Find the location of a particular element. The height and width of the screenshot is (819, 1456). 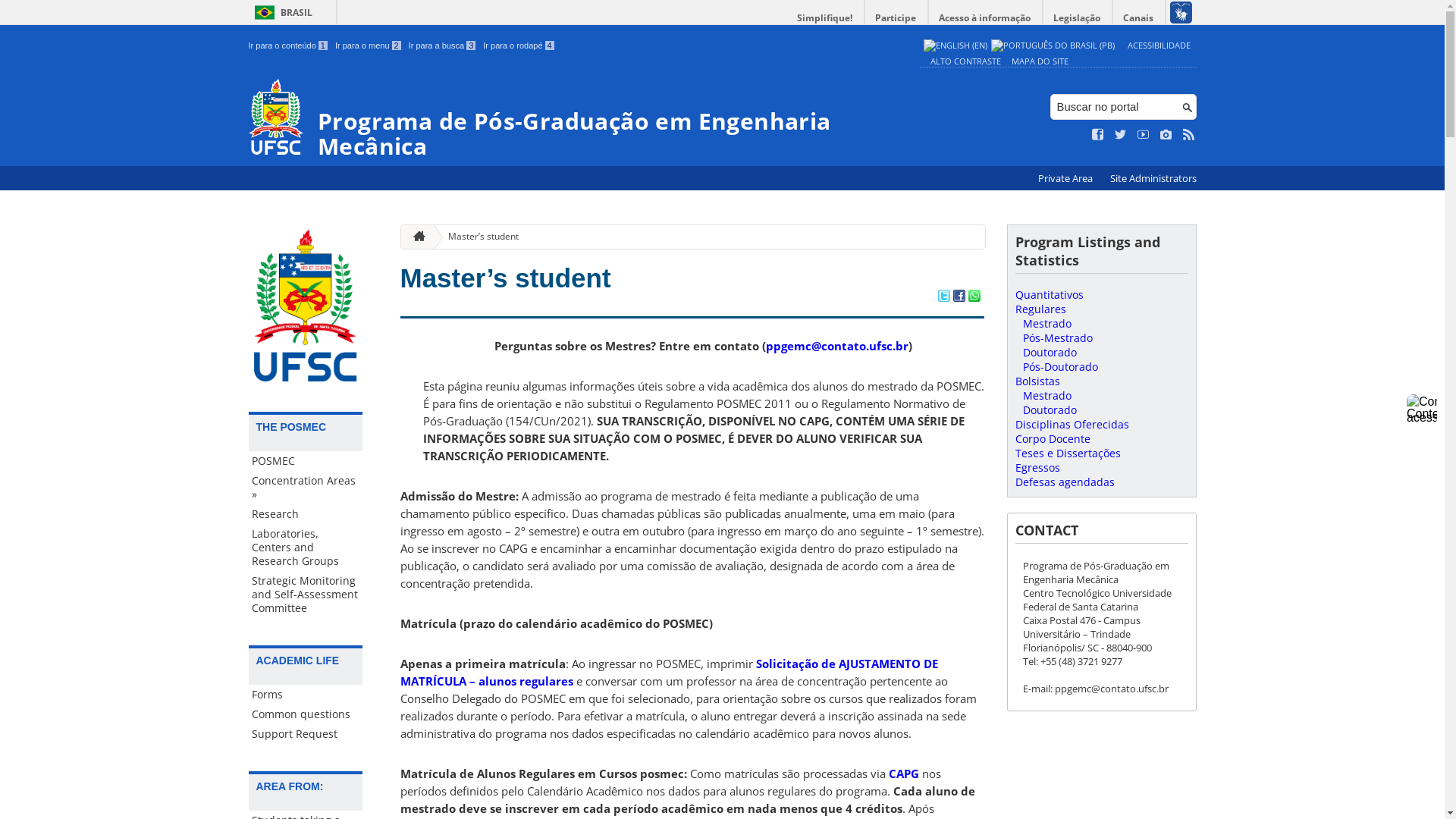

'BRASIL' is located at coordinates (281, 12).